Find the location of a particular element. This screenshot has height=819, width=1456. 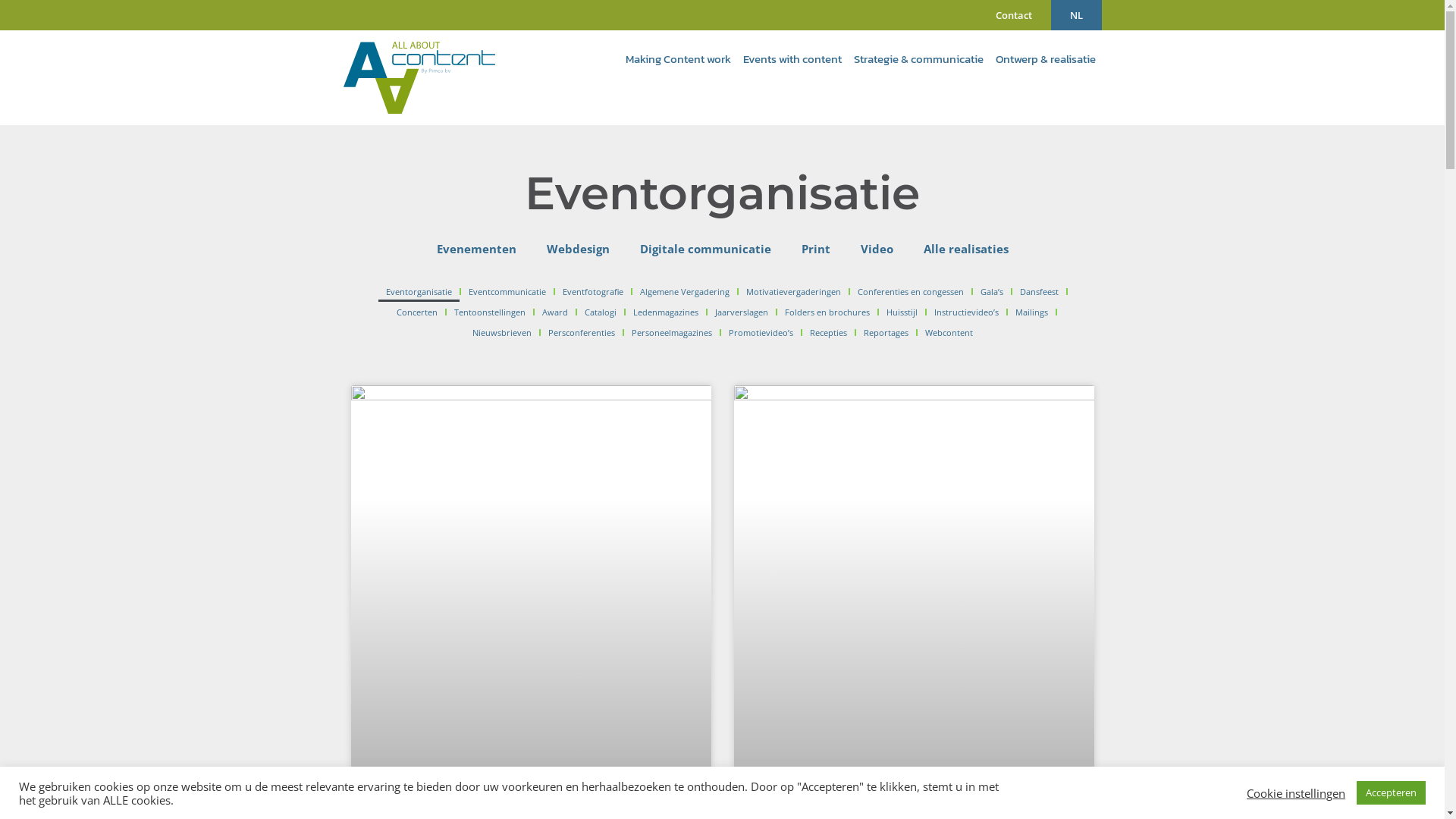

'Ontwerp & realisatie' is located at coordinates (1043, 58).